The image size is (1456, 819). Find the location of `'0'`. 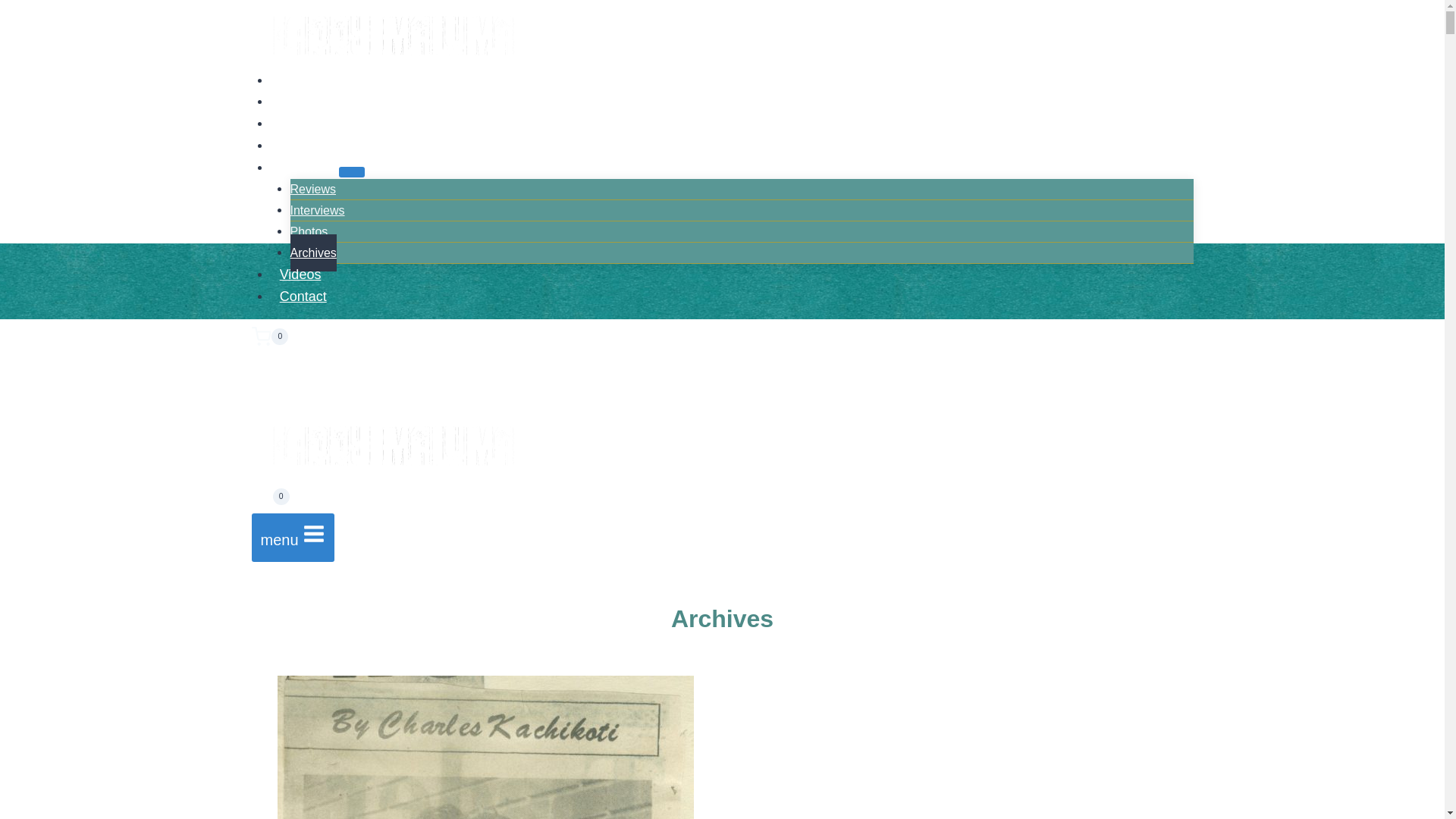

'0' is located at coordinates (722, 335).